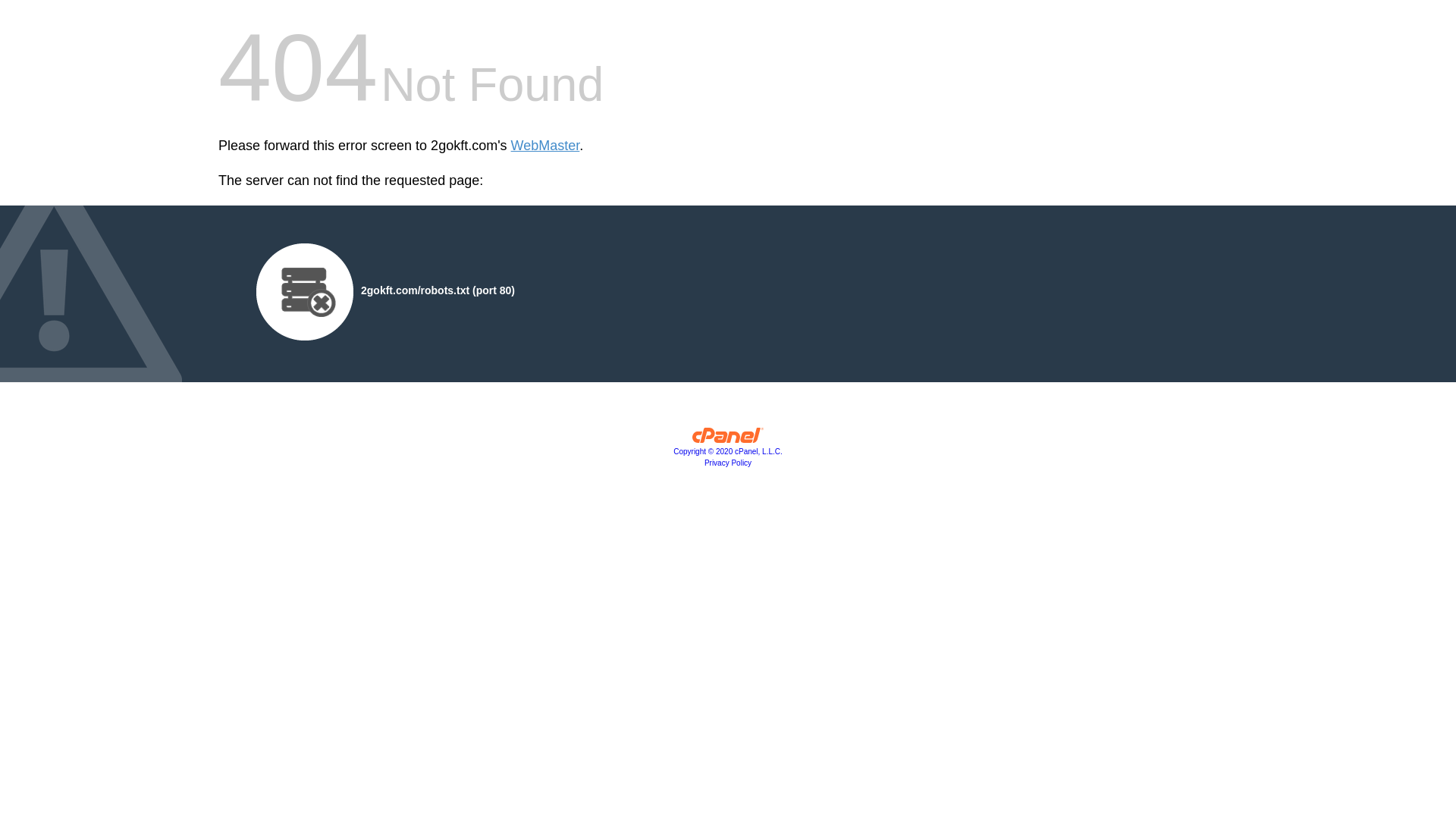  Describe the element at coordinates (728, 462) in the screenshot. I see `'Privacy Policy'` at that location.